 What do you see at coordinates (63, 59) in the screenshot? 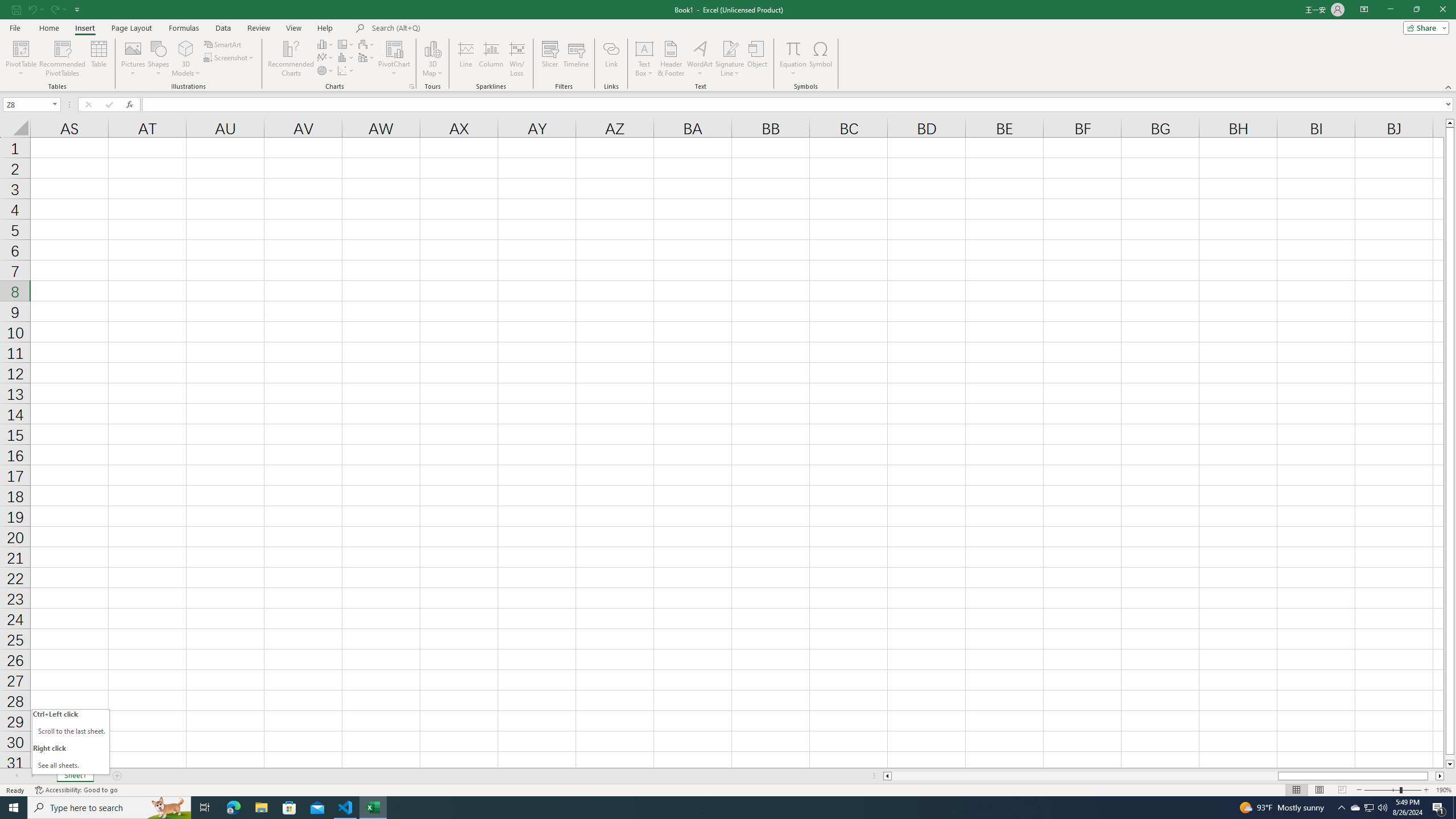
I see `'Recommended PivotTables'` at bounding box center [63, 59].